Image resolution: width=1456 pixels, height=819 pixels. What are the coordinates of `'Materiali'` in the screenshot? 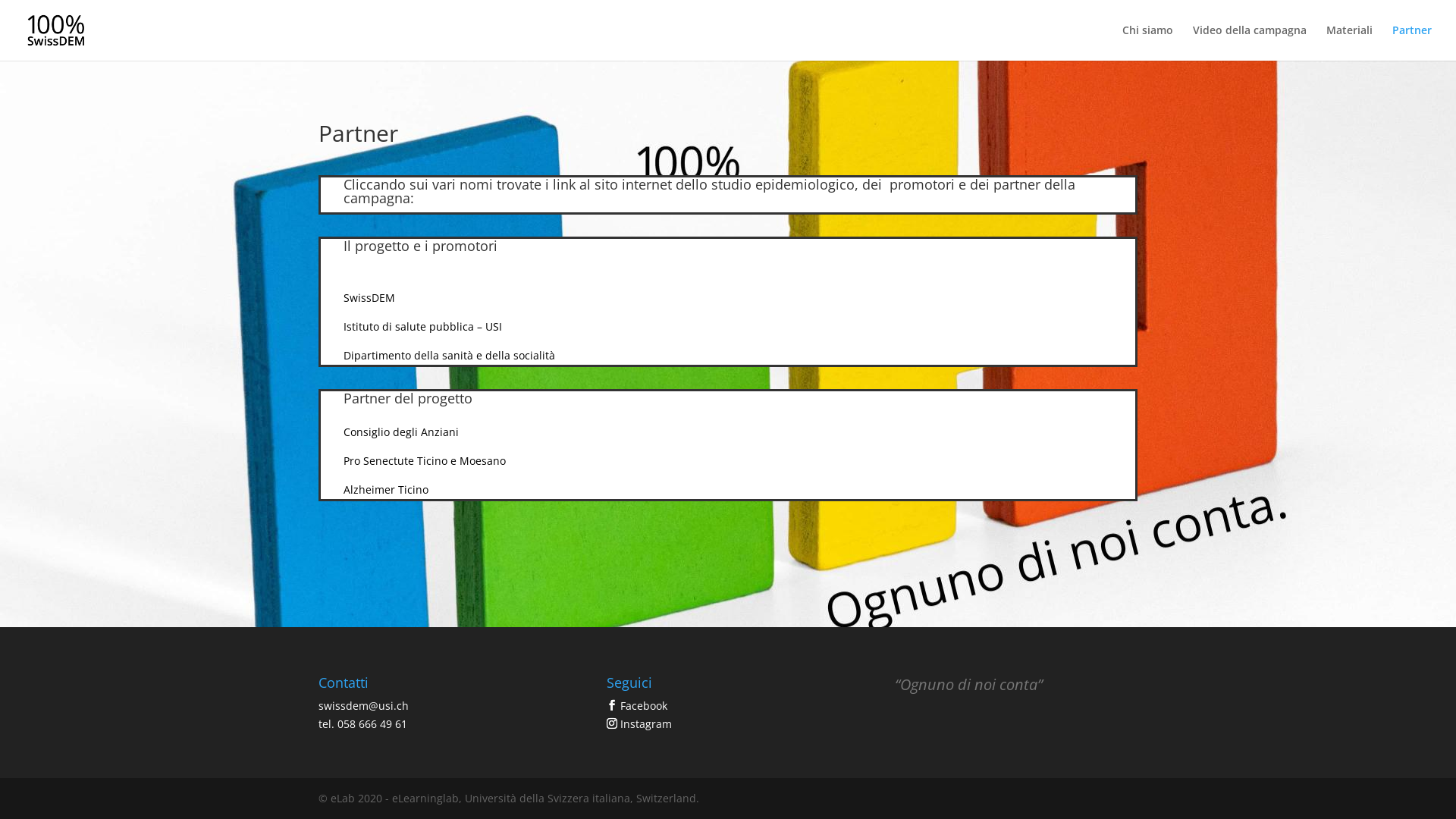 It's located at (1325, 42).